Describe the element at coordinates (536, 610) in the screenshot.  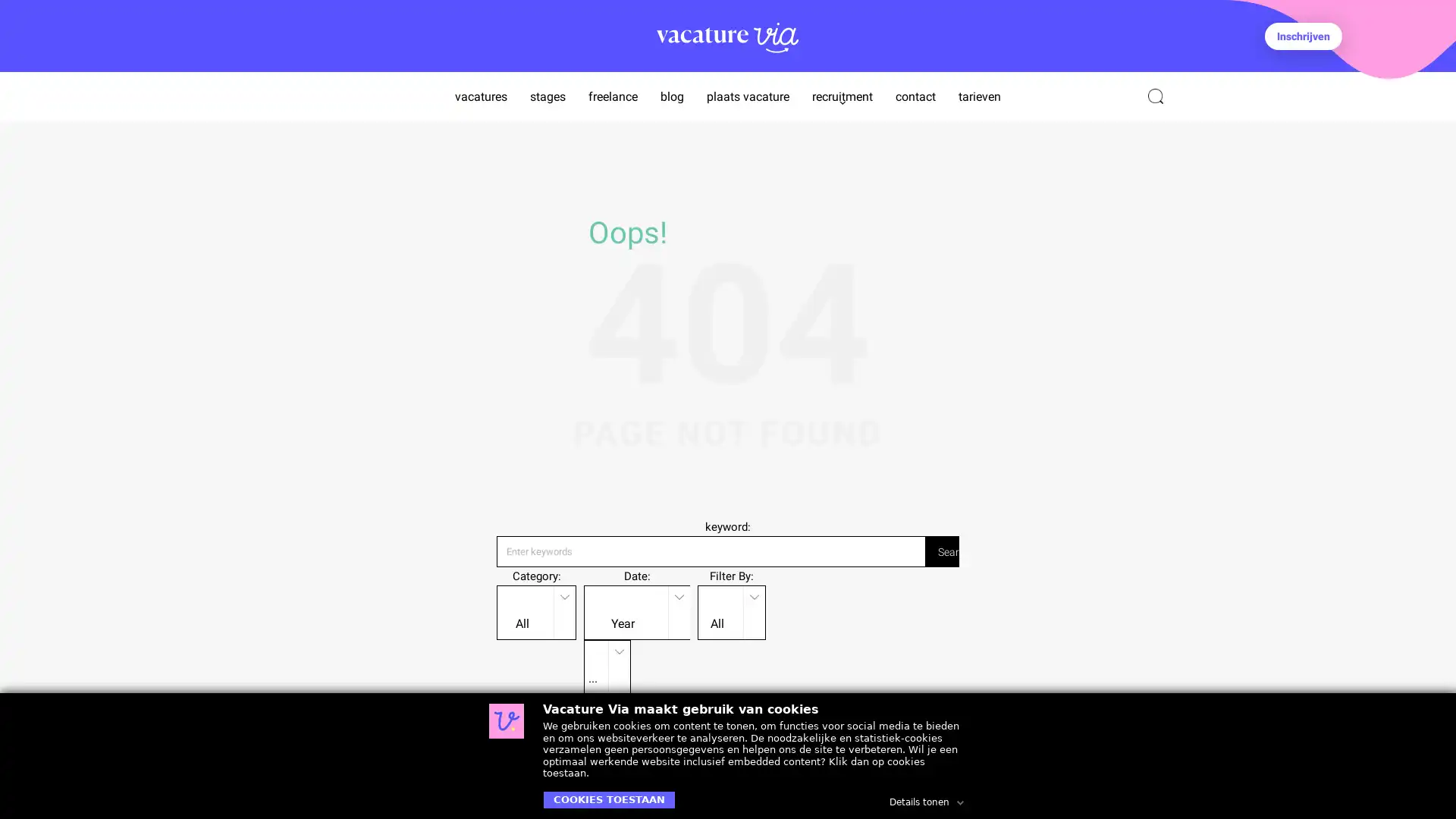
I see `All All` at that location.